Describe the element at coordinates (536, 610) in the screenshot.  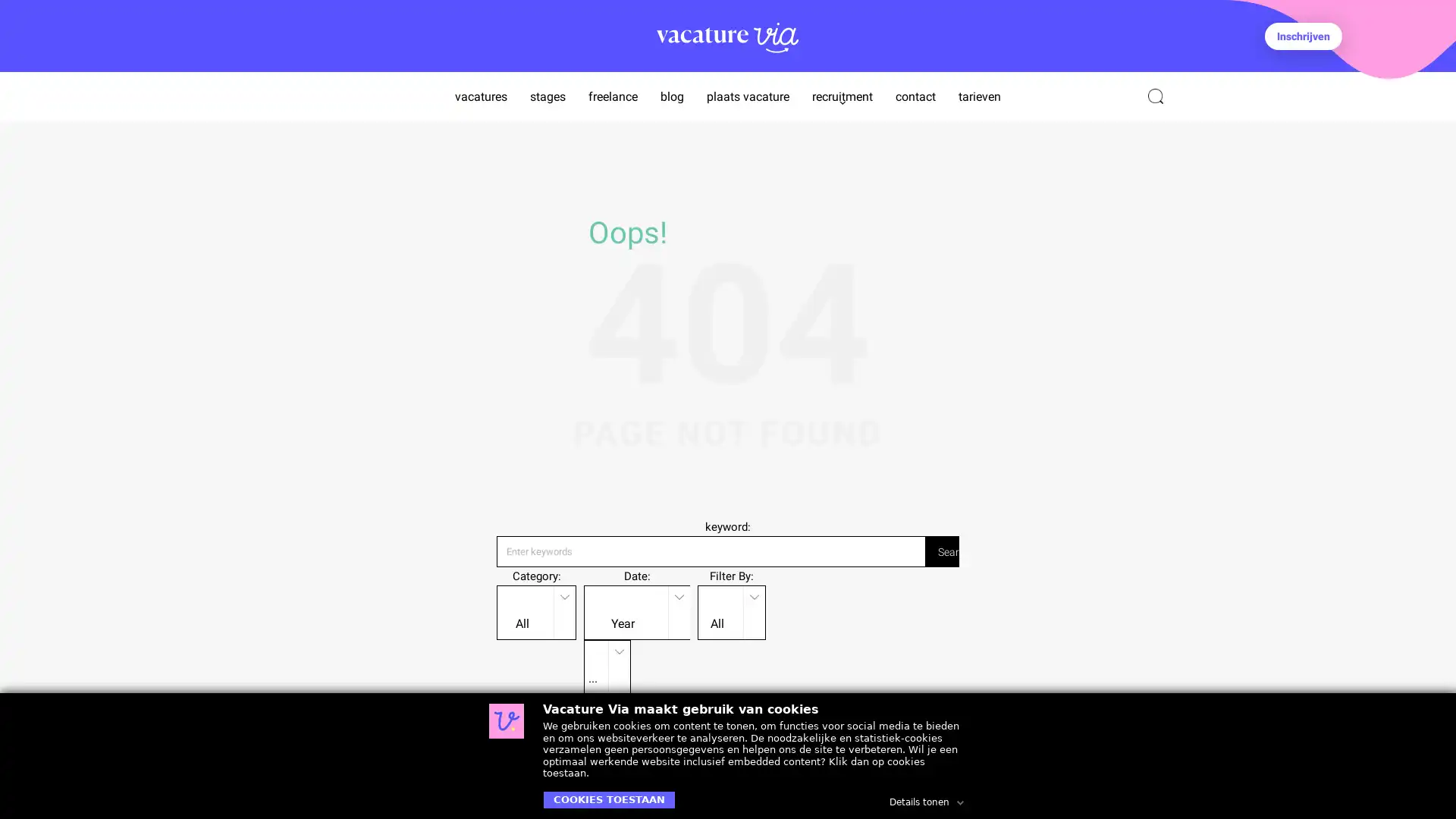
I see `All All` at that location.